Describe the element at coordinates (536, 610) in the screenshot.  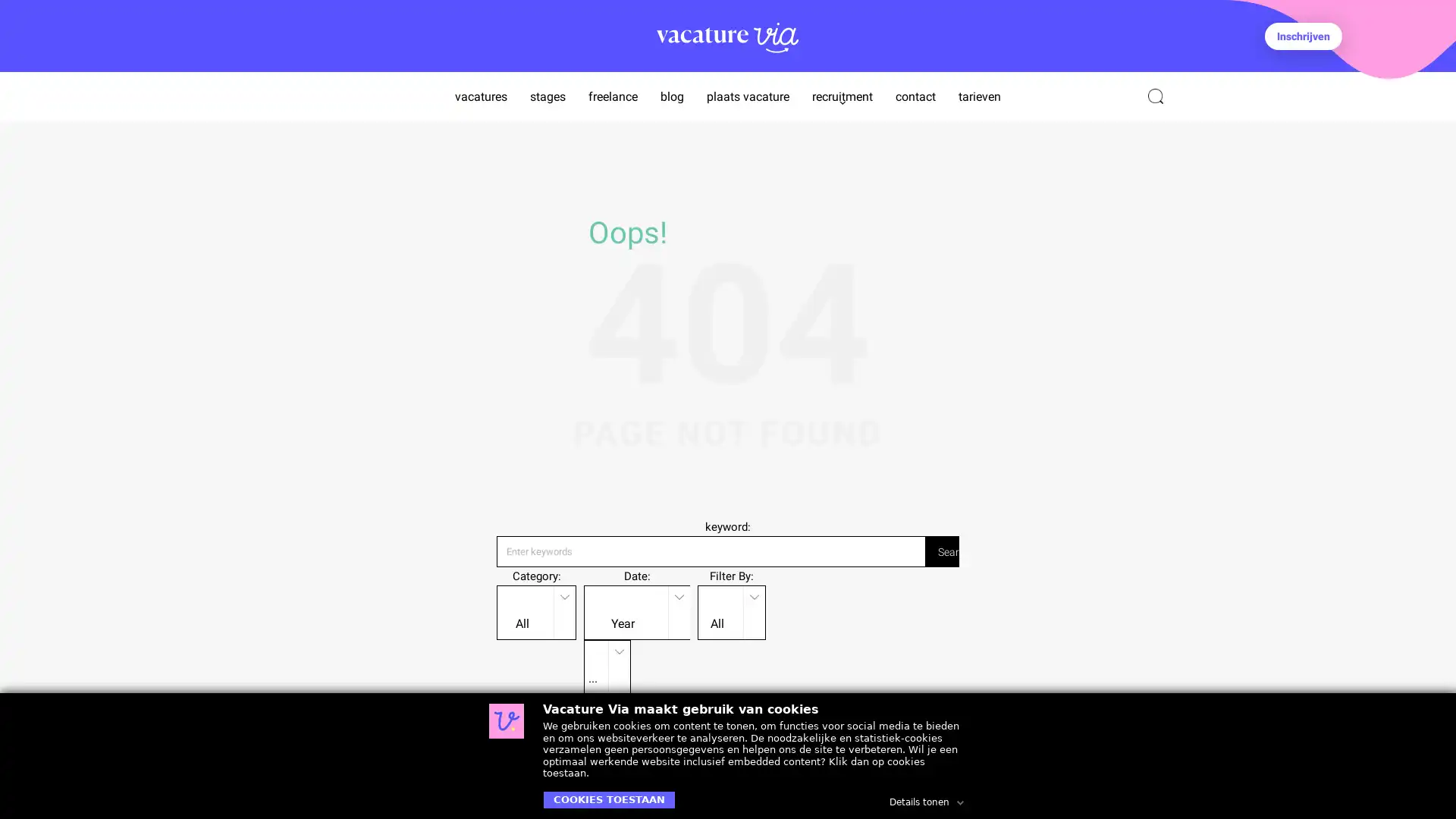
I see `All All` at that location.